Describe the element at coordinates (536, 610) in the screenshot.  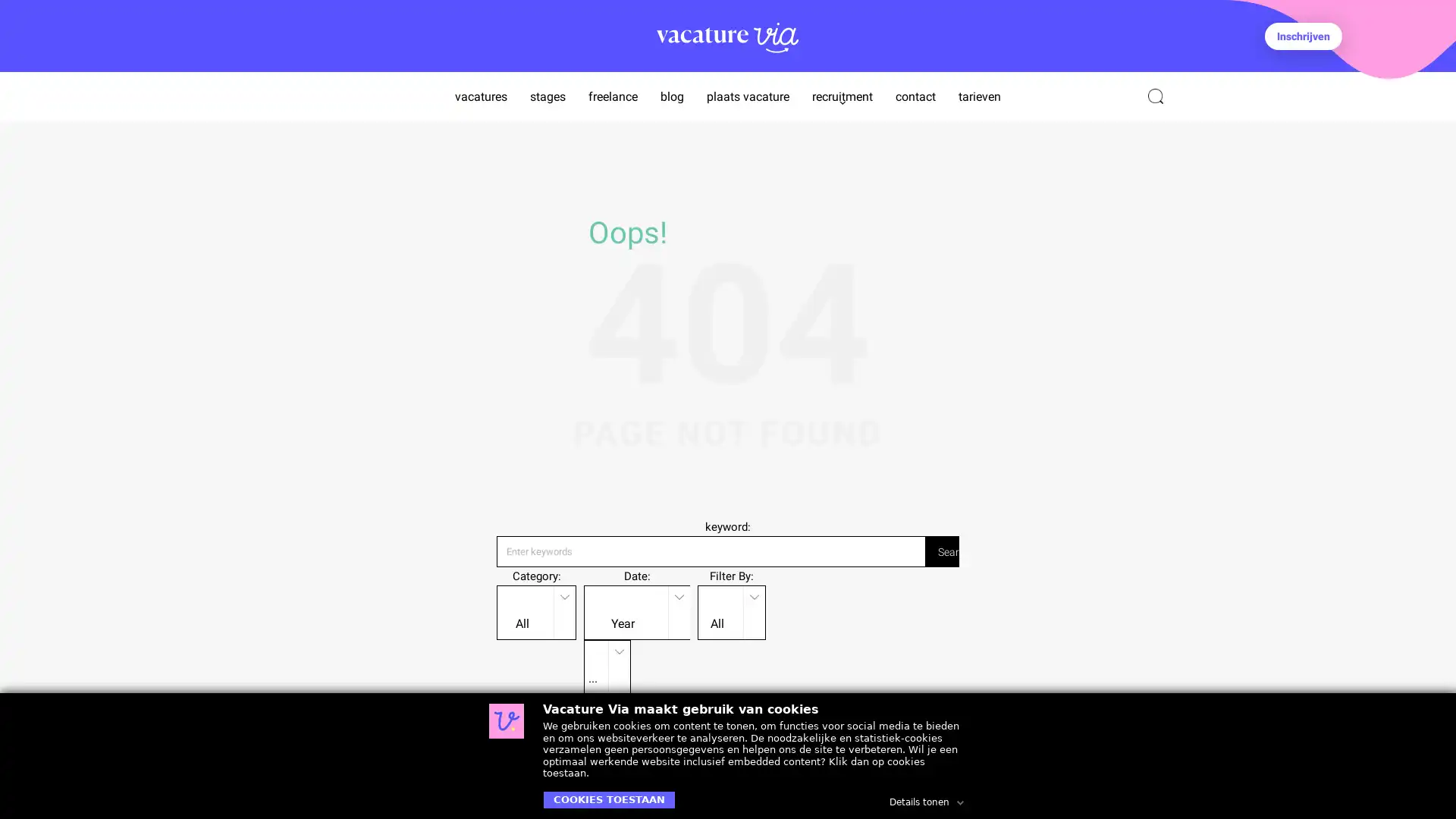
I see `All All` at that location.